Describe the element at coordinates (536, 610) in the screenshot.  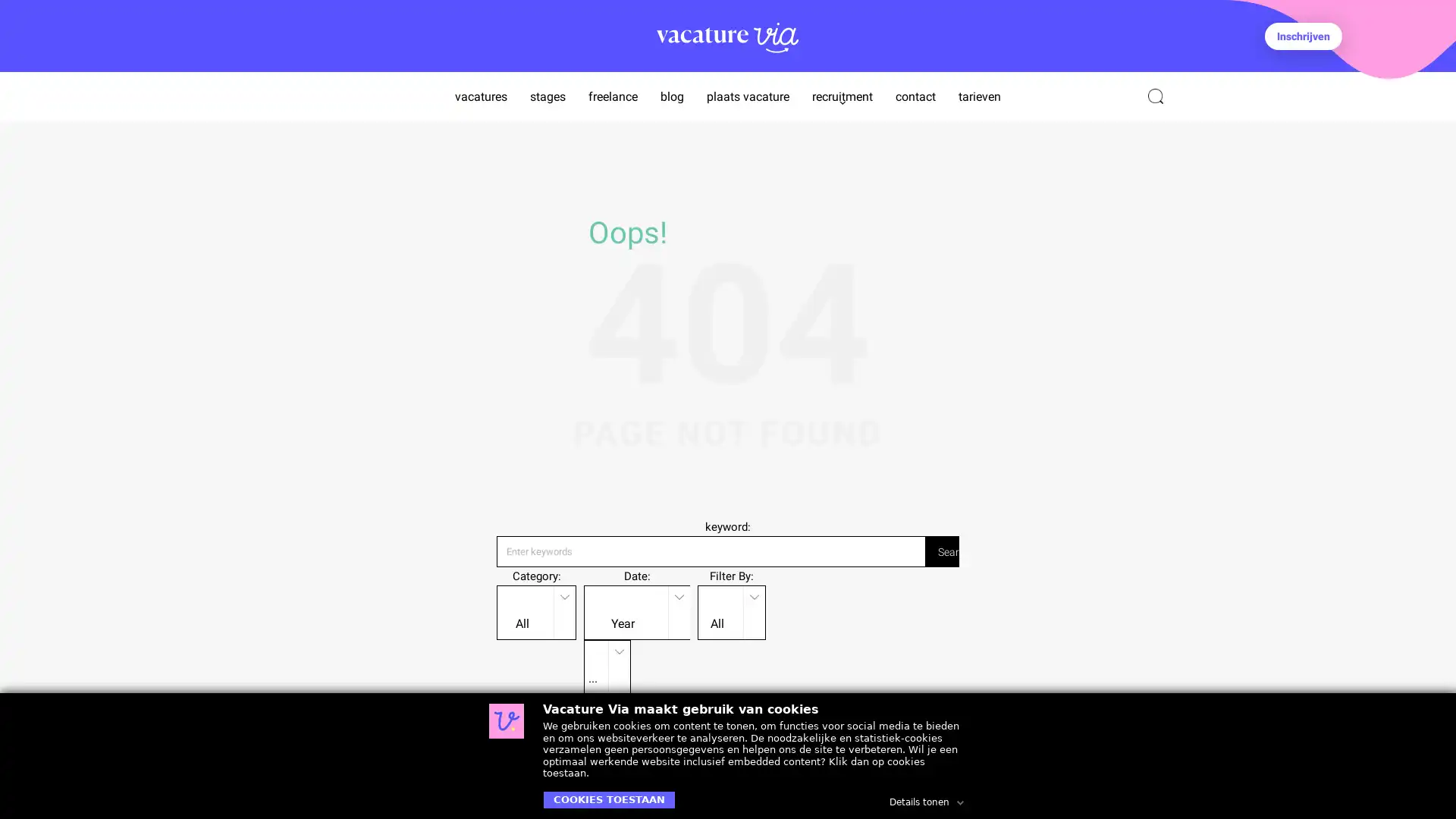
I see `All All` at that location.